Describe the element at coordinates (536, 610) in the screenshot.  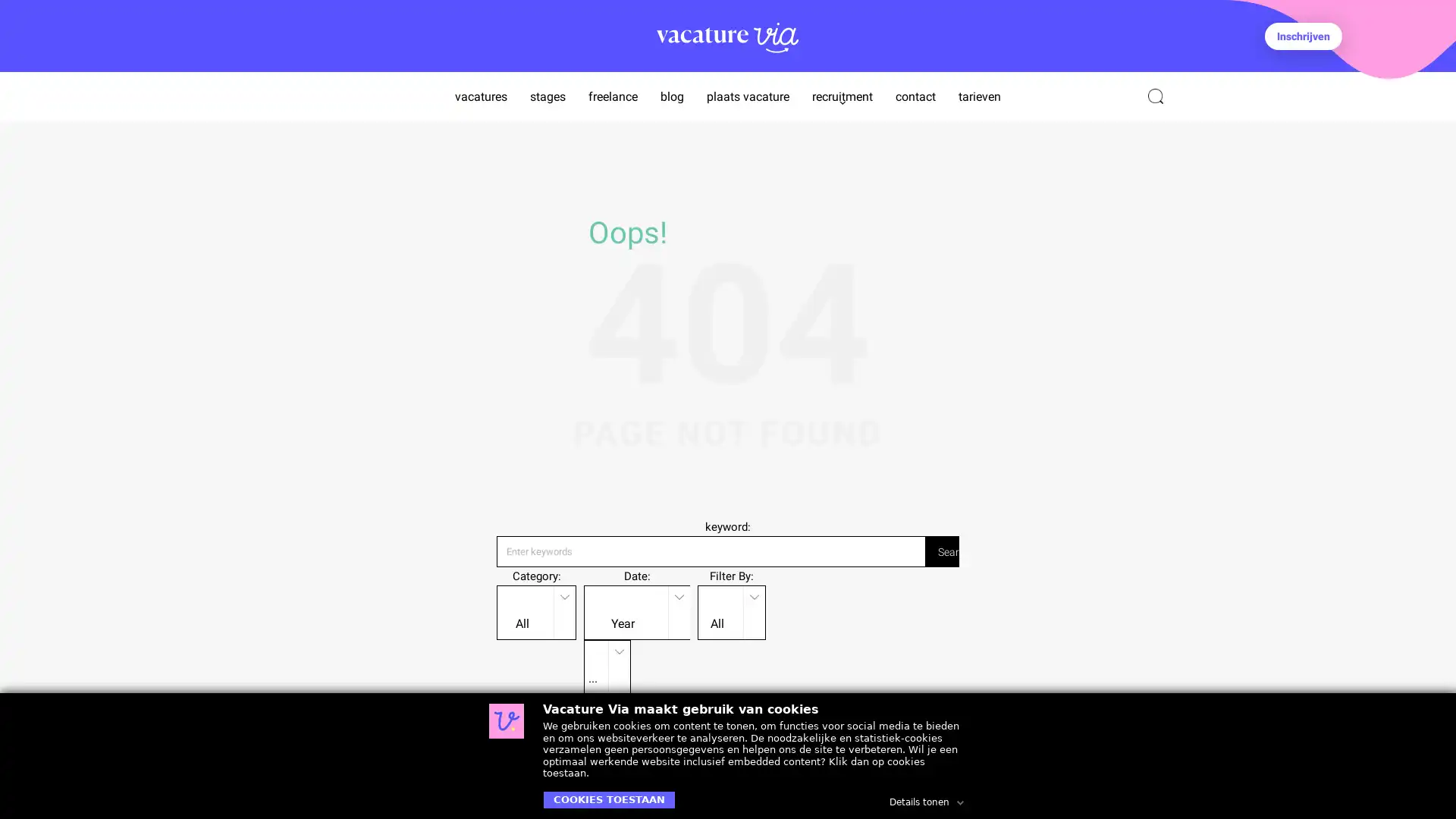
I see `All All` at that location.